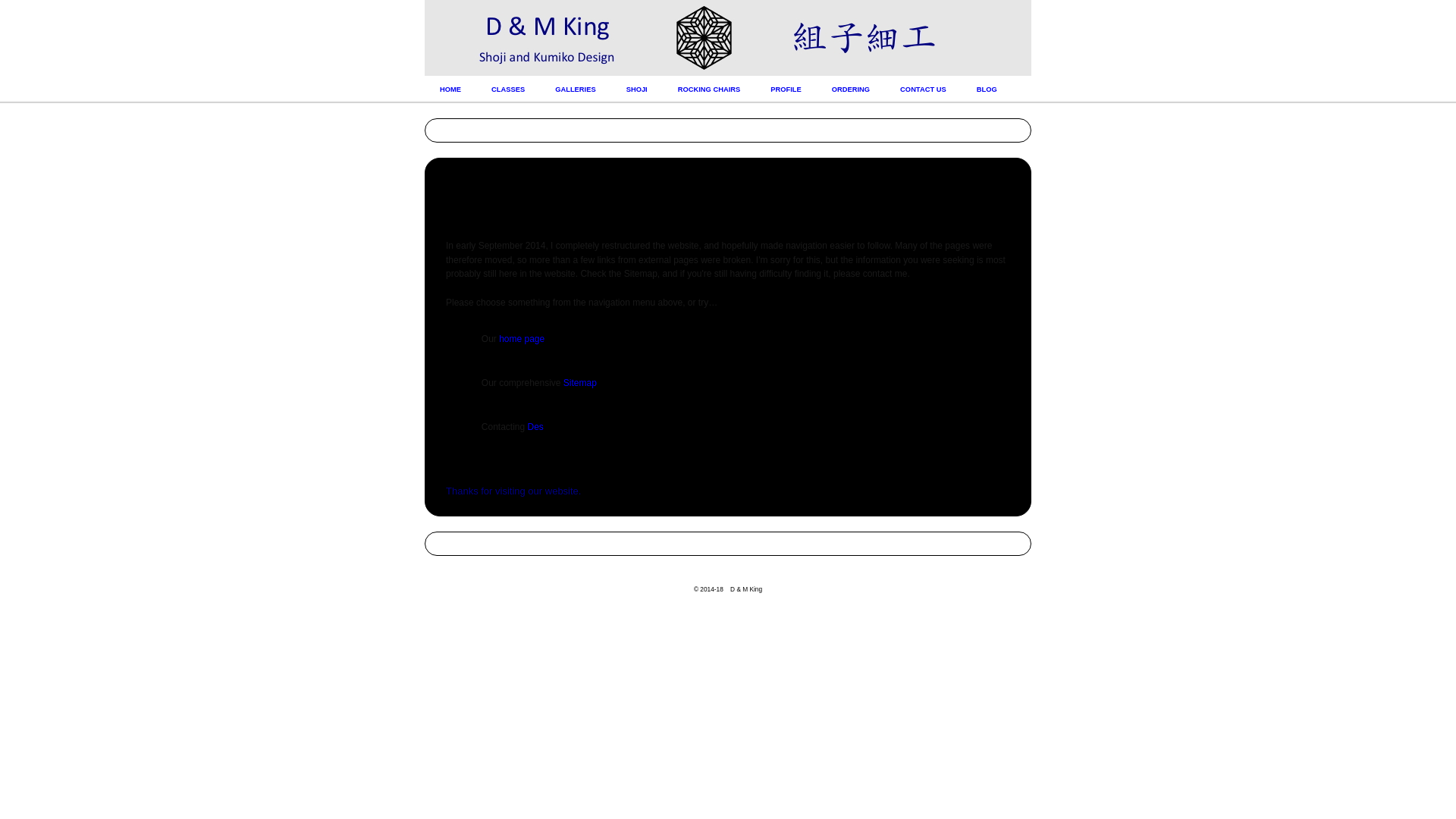 This screenshot has width=1456, height=819. What do you see at coordinates (508, 89) in the screenshot?
I see `'CLASSES'` at bounding box center [508, 89].